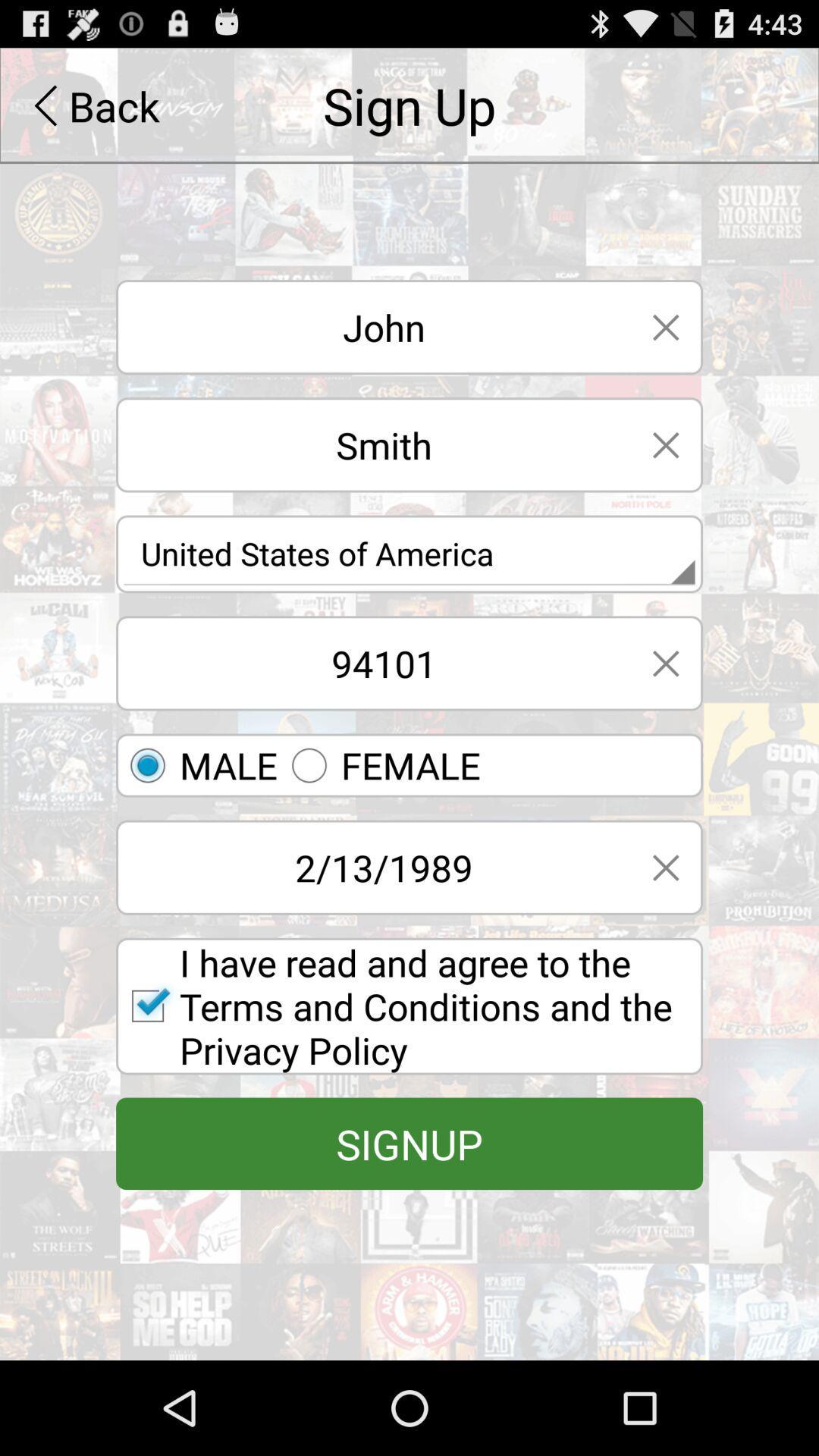 The height and width of the screenshot is (1456, 819). What do you see at coordinates (665, 927) in the screenshot?
I see `the close icon` at bounding box center [665, 927].